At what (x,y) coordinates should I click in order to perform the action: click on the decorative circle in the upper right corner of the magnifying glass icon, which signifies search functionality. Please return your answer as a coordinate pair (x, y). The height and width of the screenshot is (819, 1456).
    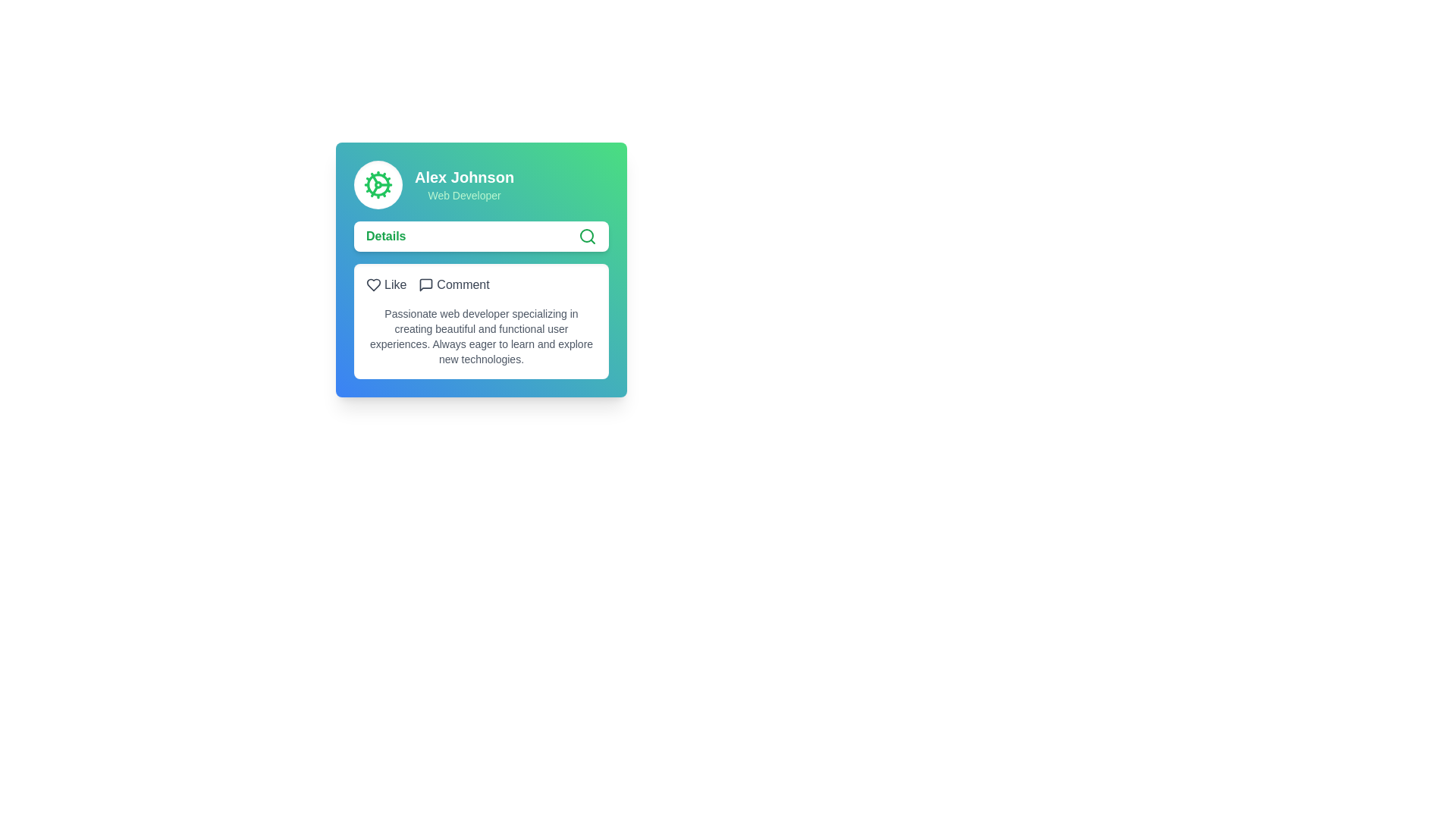
    Looking at the image, I should click on (585, 236).